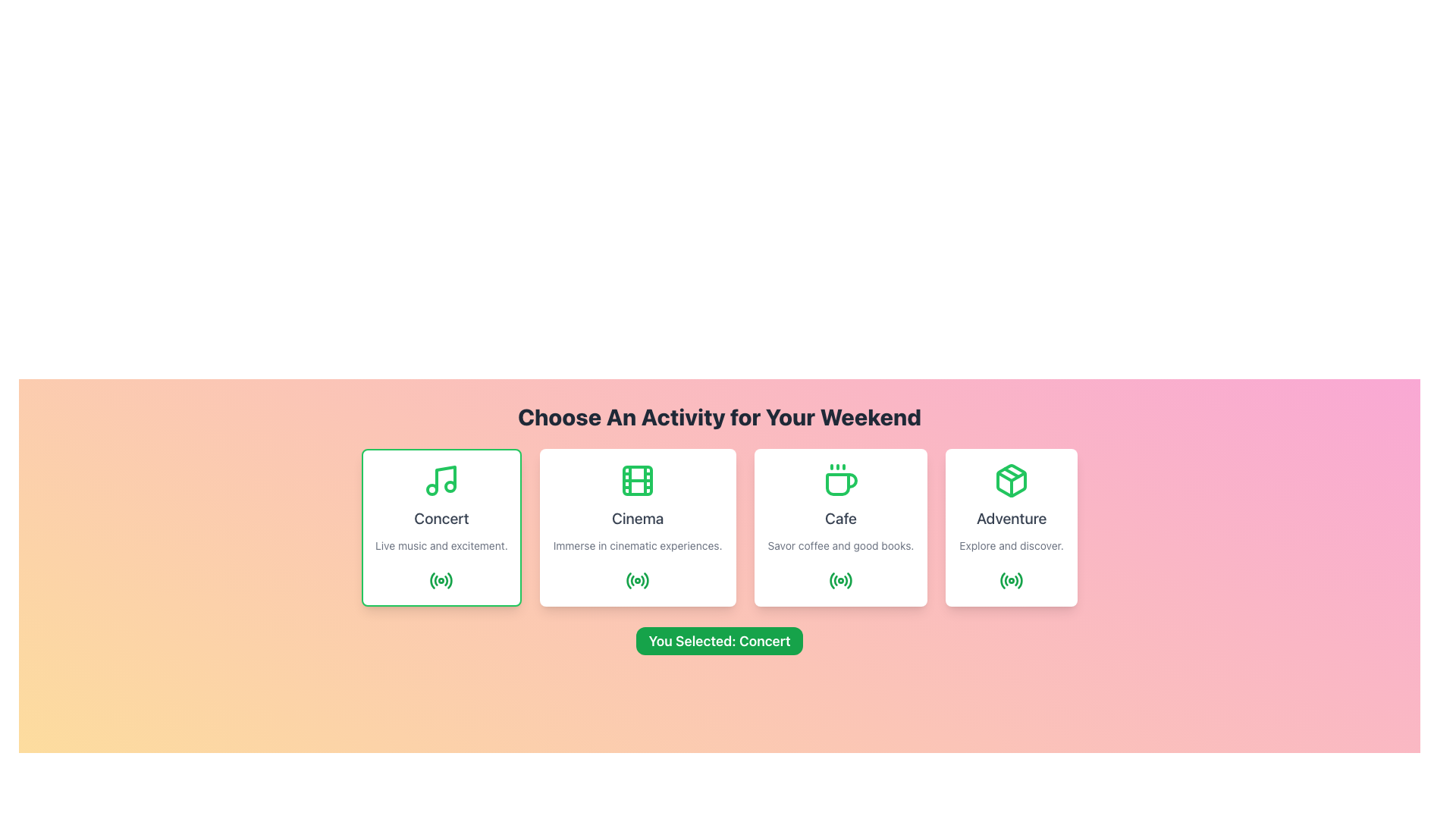  Describe the element at coordinates (1012, 480) in the screenshot. I see `the 'Adventure' icon located in the activity selection interface, which is the topmost component of the fourth card from the left` at that location.